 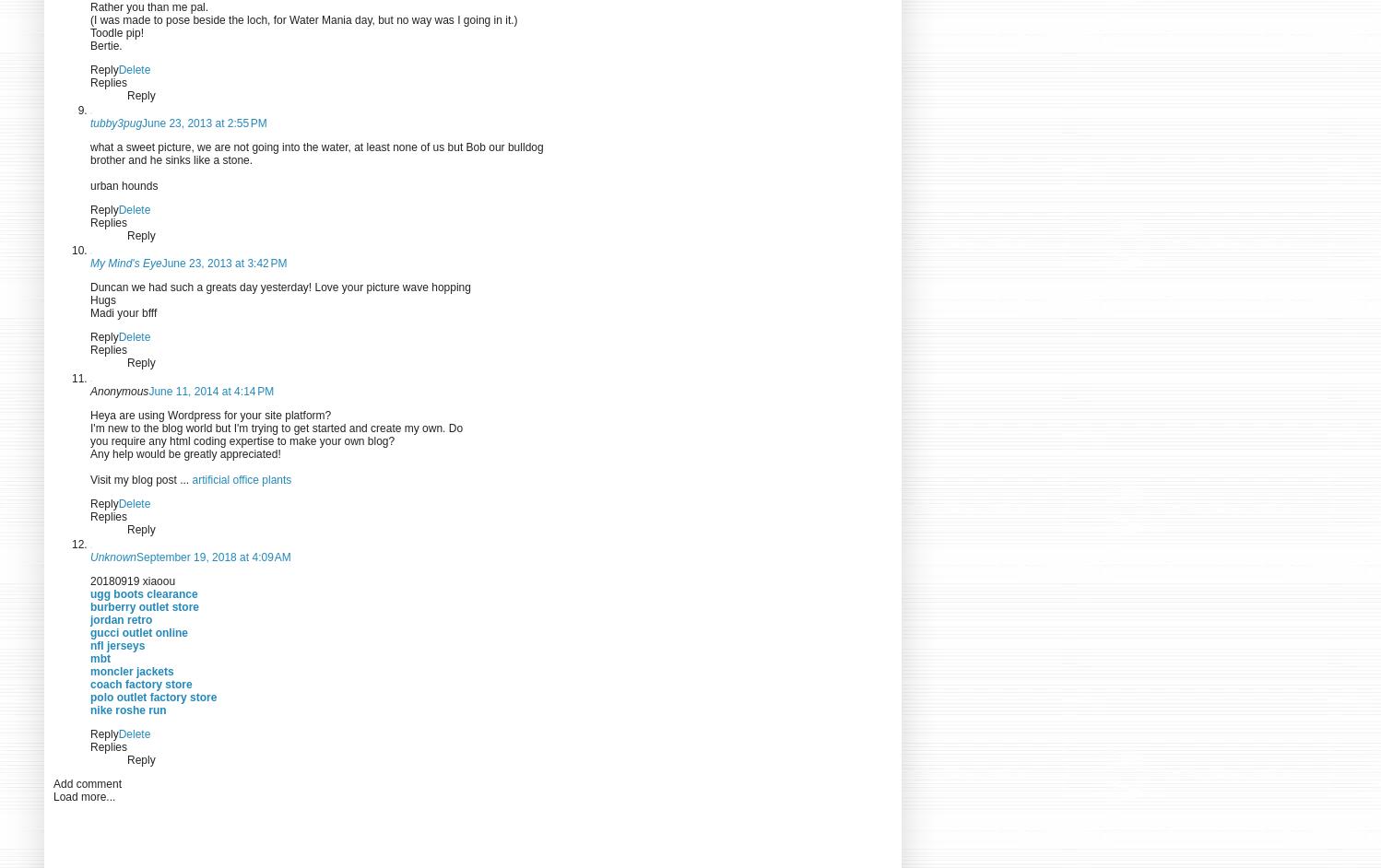 What do you see at coordinates (124, 311) in the screenshot?
I see `'Madi your bfff'` at bounding box center [124, 311].